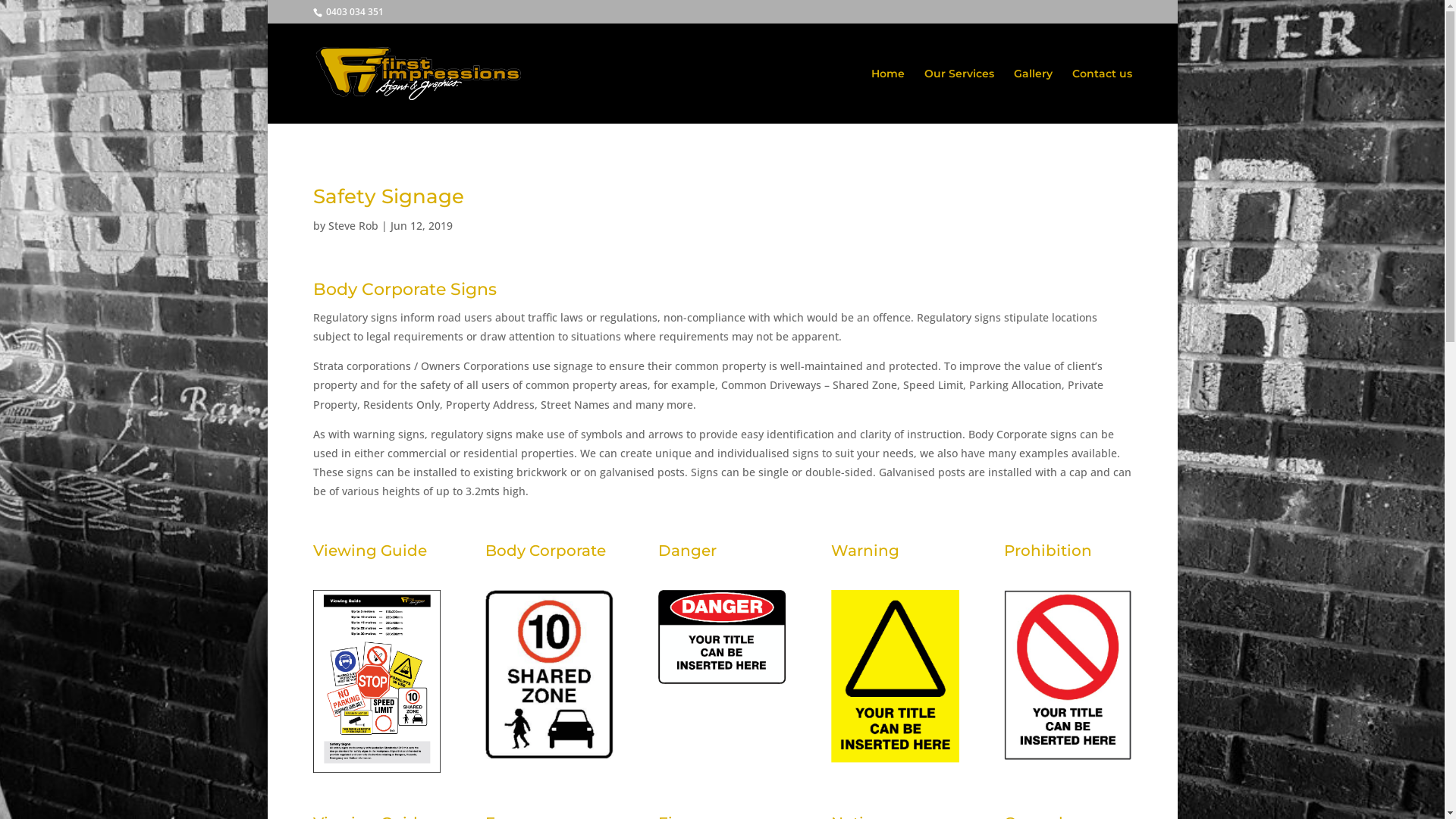  Describe the element at coordinates (352, 225) in the screenshot. I see `'Steve Rob'` at that location.